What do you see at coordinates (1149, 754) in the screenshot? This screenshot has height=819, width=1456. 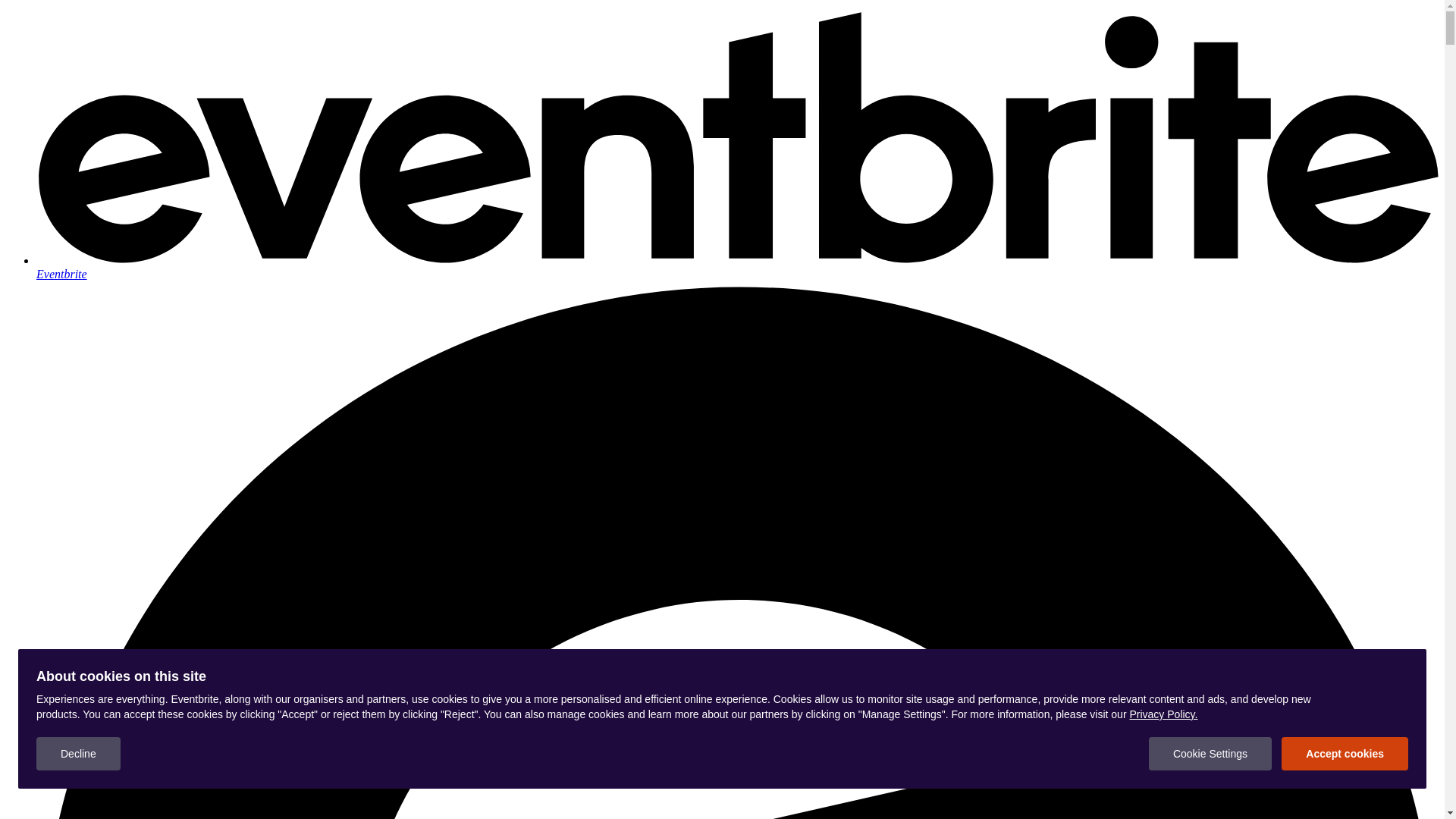 I see `'Cookie Settings'` at bounding box center [1149, 754].